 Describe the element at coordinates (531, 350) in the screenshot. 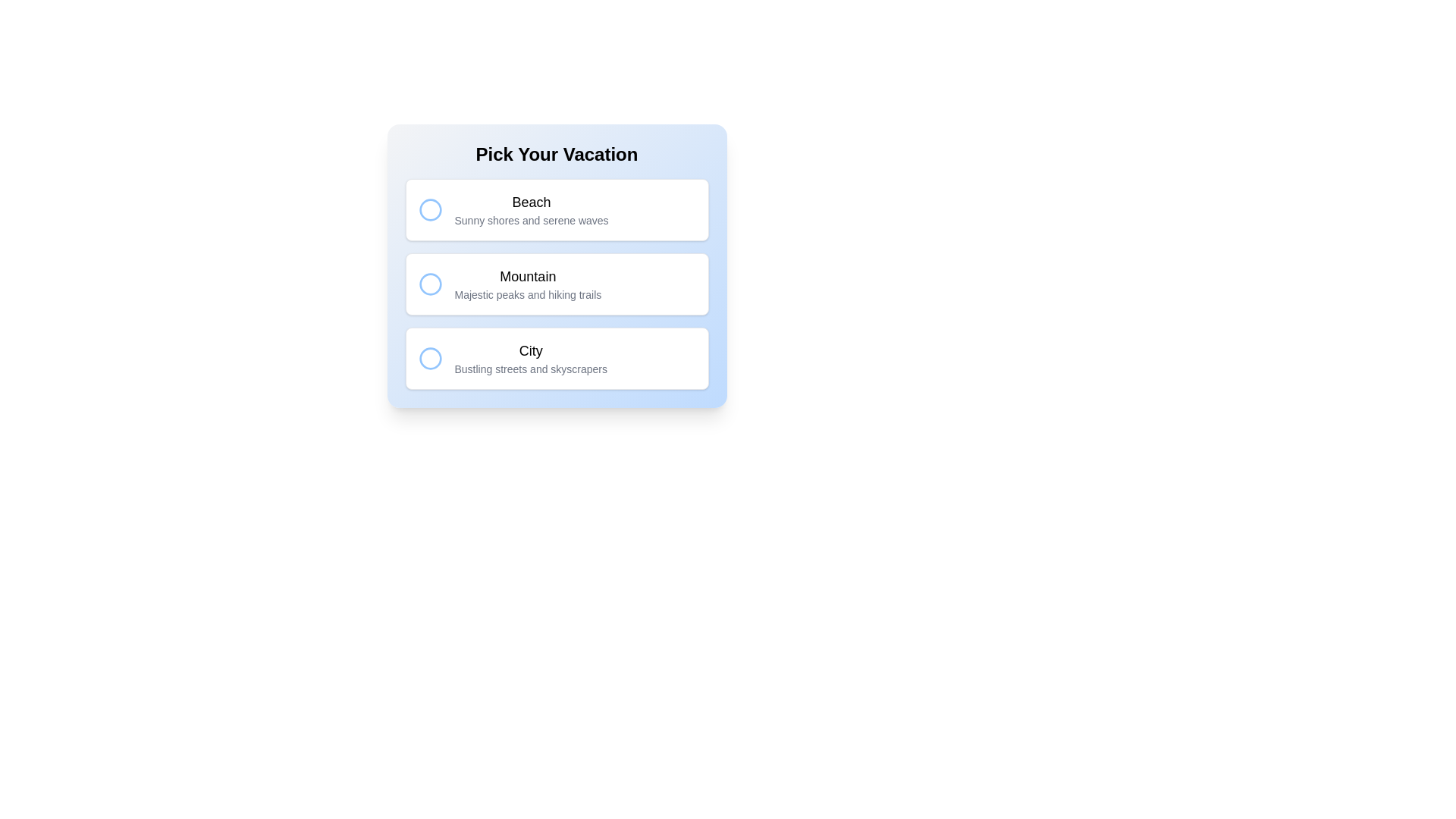

I see `'City' vacation option label, which indicates the primary identifier for this selectable vacation theme, located to the right of a radio button and above the text 'Bustling streets and skyscrapers.'` at that location.